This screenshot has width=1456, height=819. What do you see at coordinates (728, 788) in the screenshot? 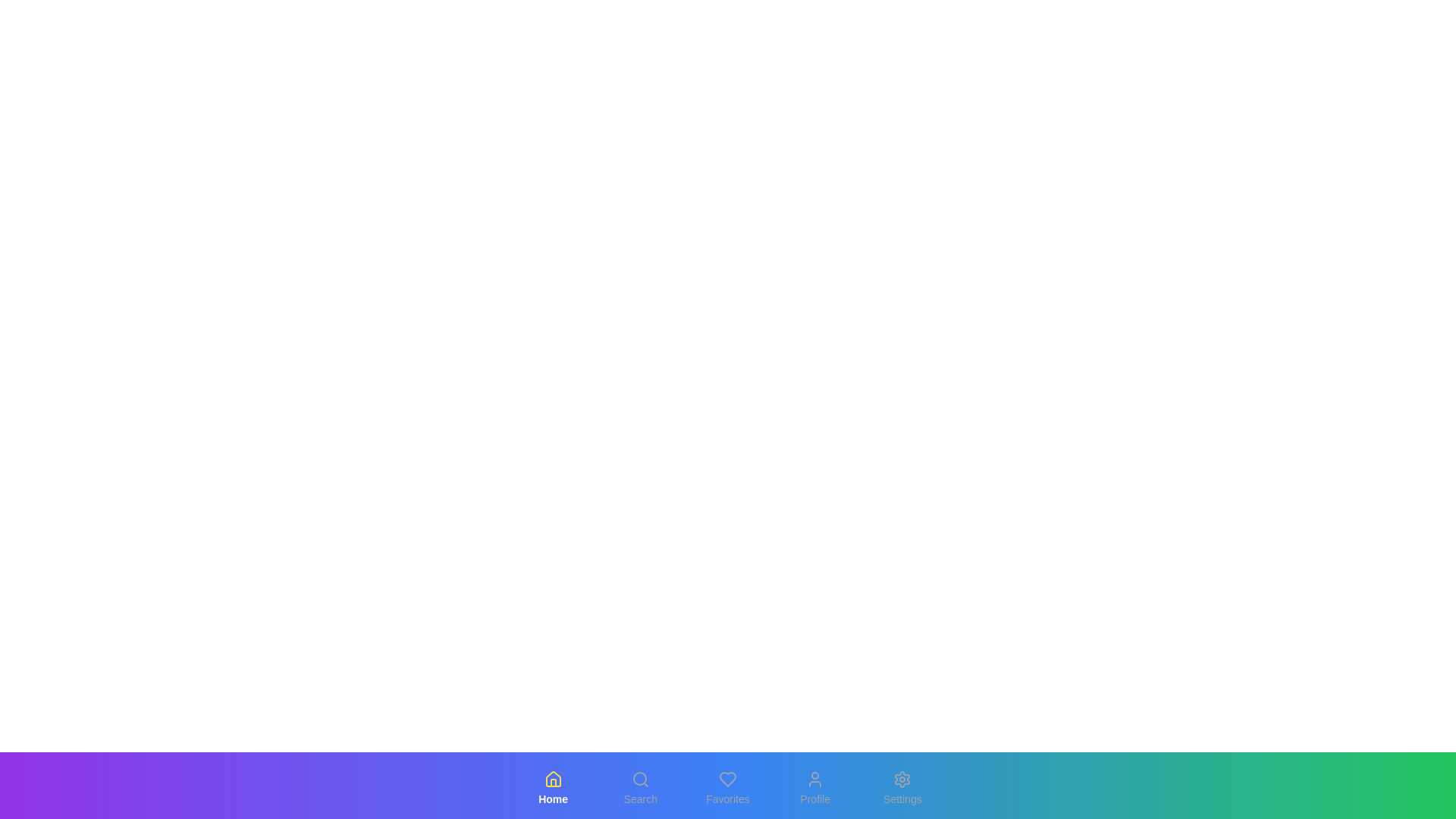
I see `the tab corresponding to Favorites` at bounding box center [728, 788].